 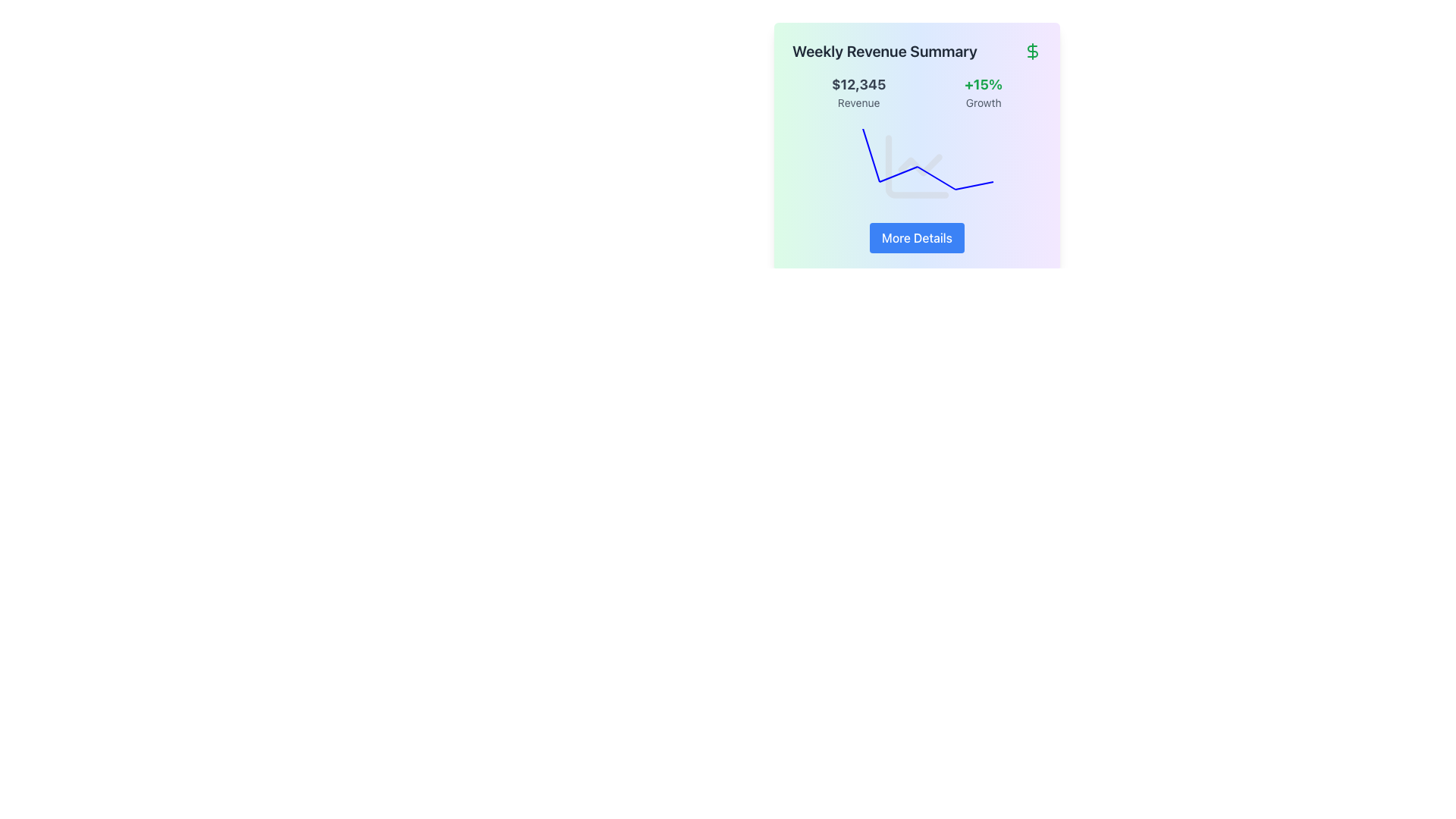 I want to click on the informational text label indicating growth, located beneath the '+15%' percentage text and to the right of the primary revenue display in the top-right corner of the card layout, so click(x=984, y=102).